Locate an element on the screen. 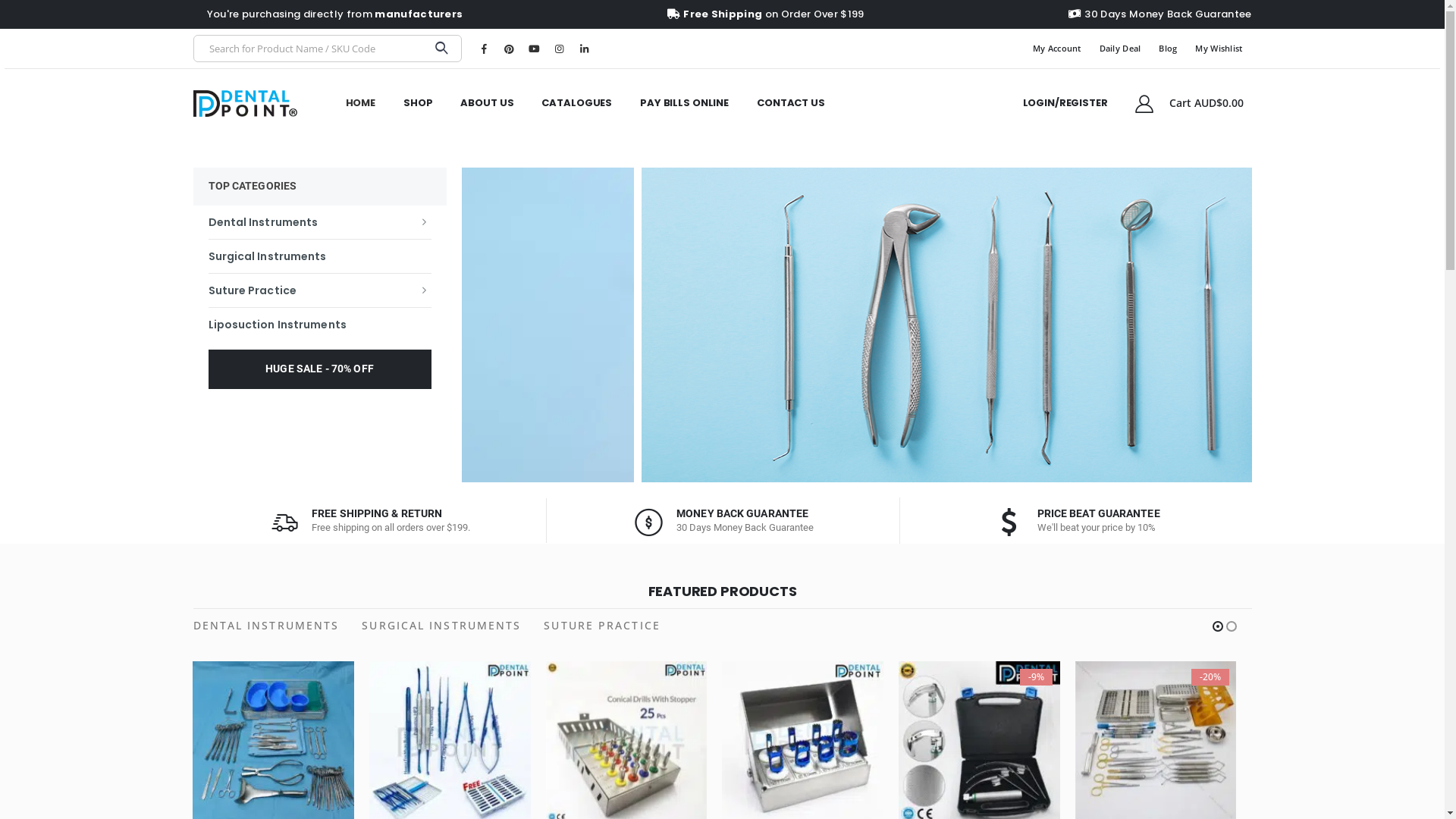  'My Wishlist' is located at coordinates (1185, 48).